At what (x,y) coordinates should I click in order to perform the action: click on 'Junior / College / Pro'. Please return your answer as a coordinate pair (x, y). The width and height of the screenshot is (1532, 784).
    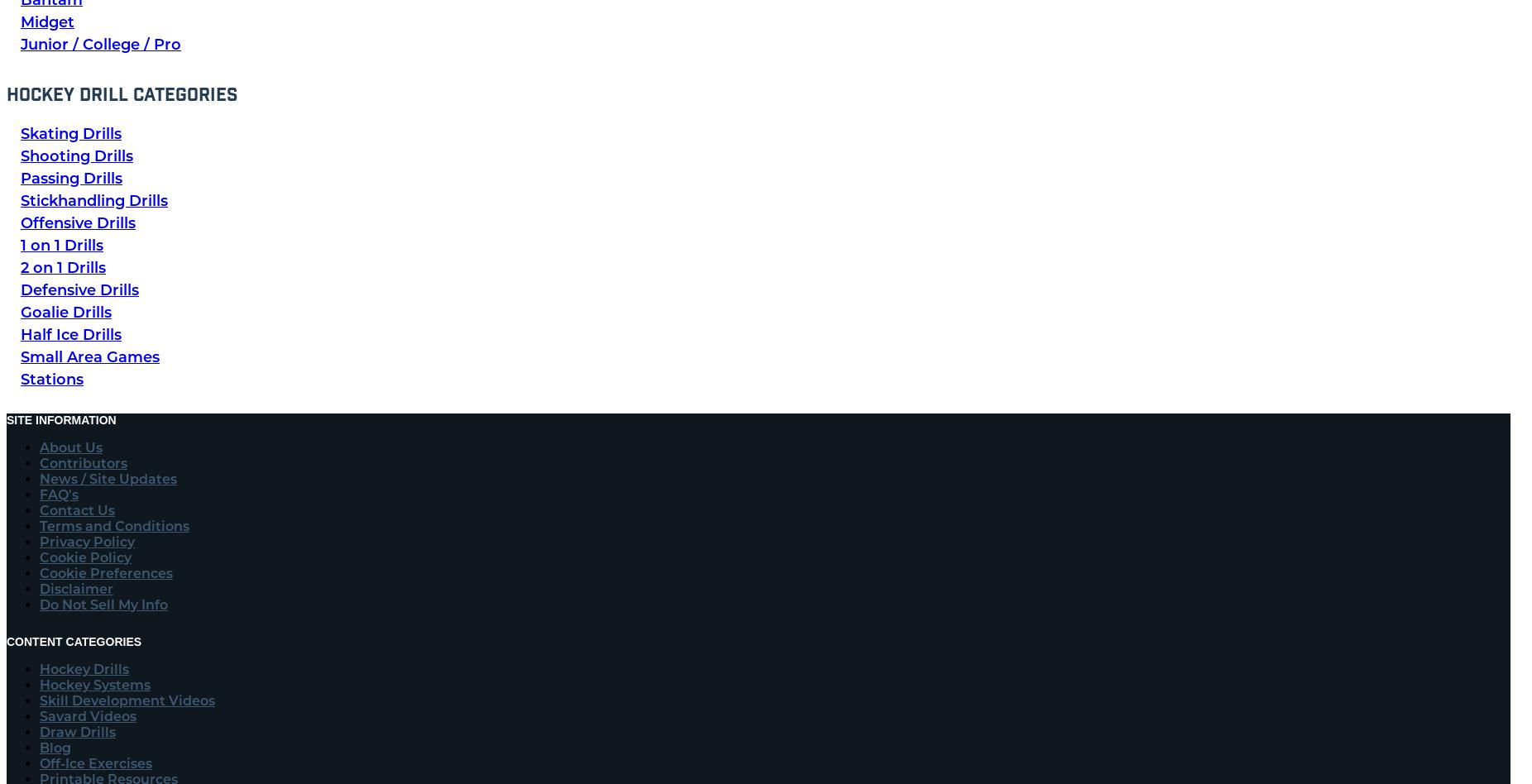
    Looking at the image, I should click on (100, 45).